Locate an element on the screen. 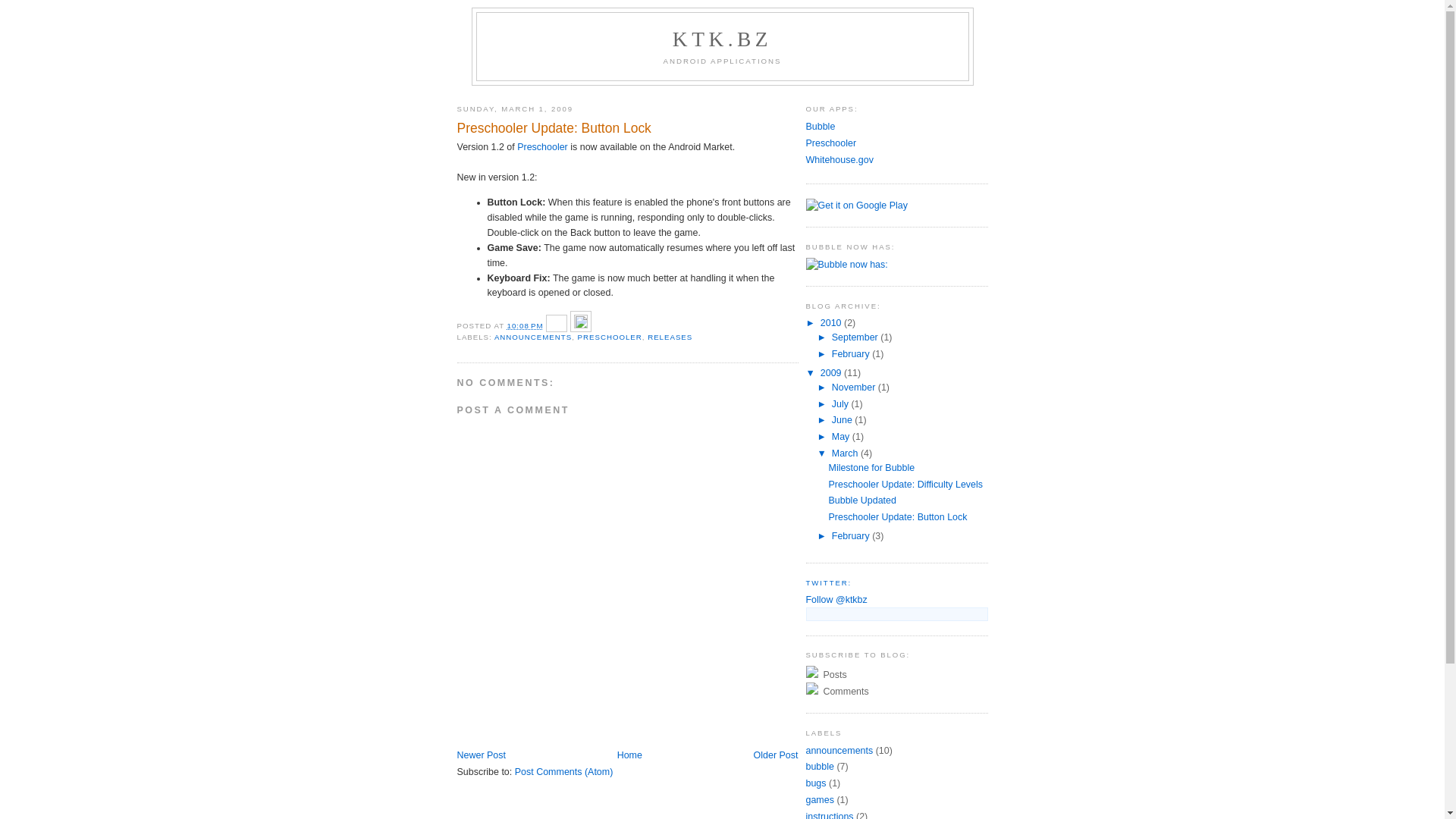 This screenshot has width=1456, height=819. 'Posts' is located at coordinates (804, 673).